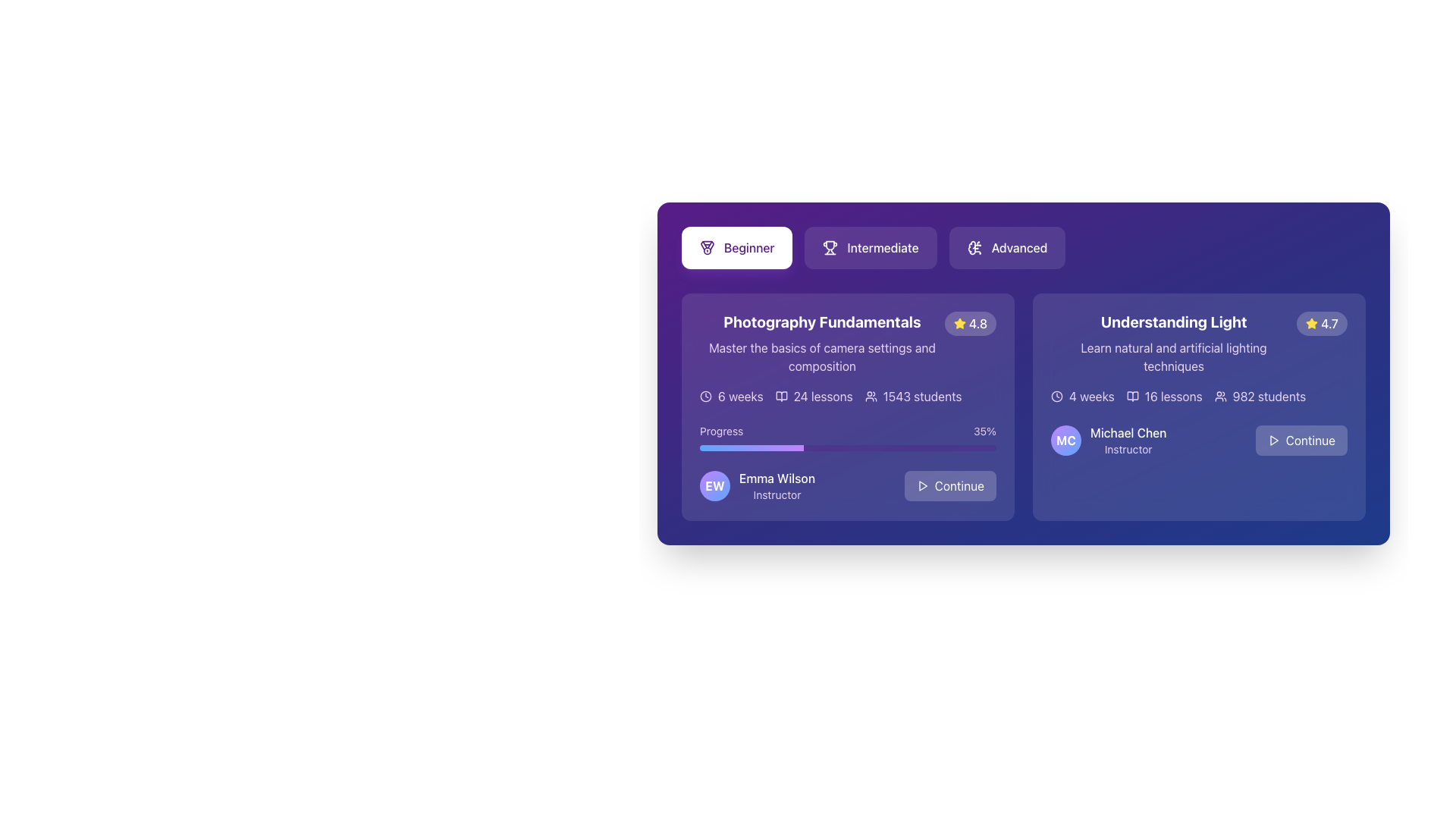 The height and width of the screenshot is (819, 1456). I want to click on the Profile avatar representing instructor 'Emma Wilson', so click(714, 485).